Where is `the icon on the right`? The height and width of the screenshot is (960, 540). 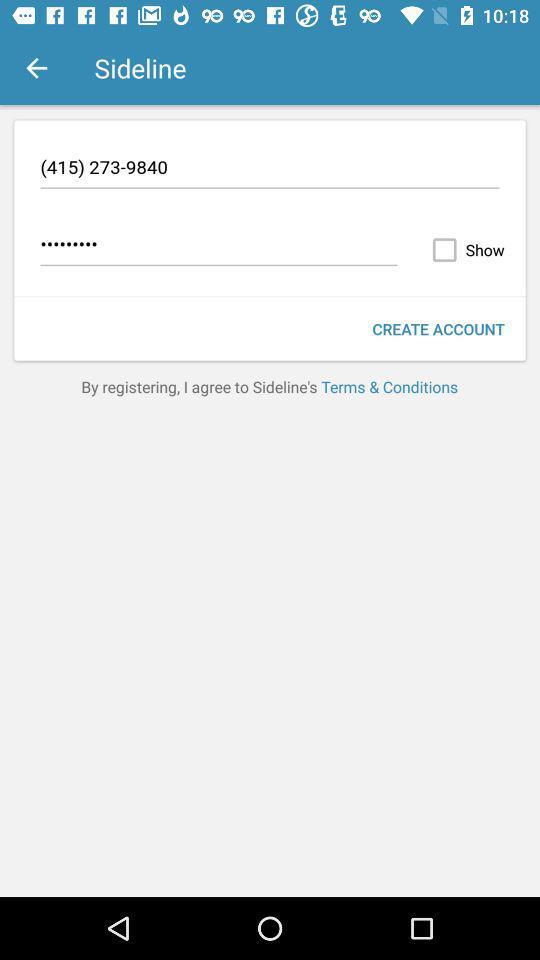
the icon on the right is located at coordinates (437, 329).